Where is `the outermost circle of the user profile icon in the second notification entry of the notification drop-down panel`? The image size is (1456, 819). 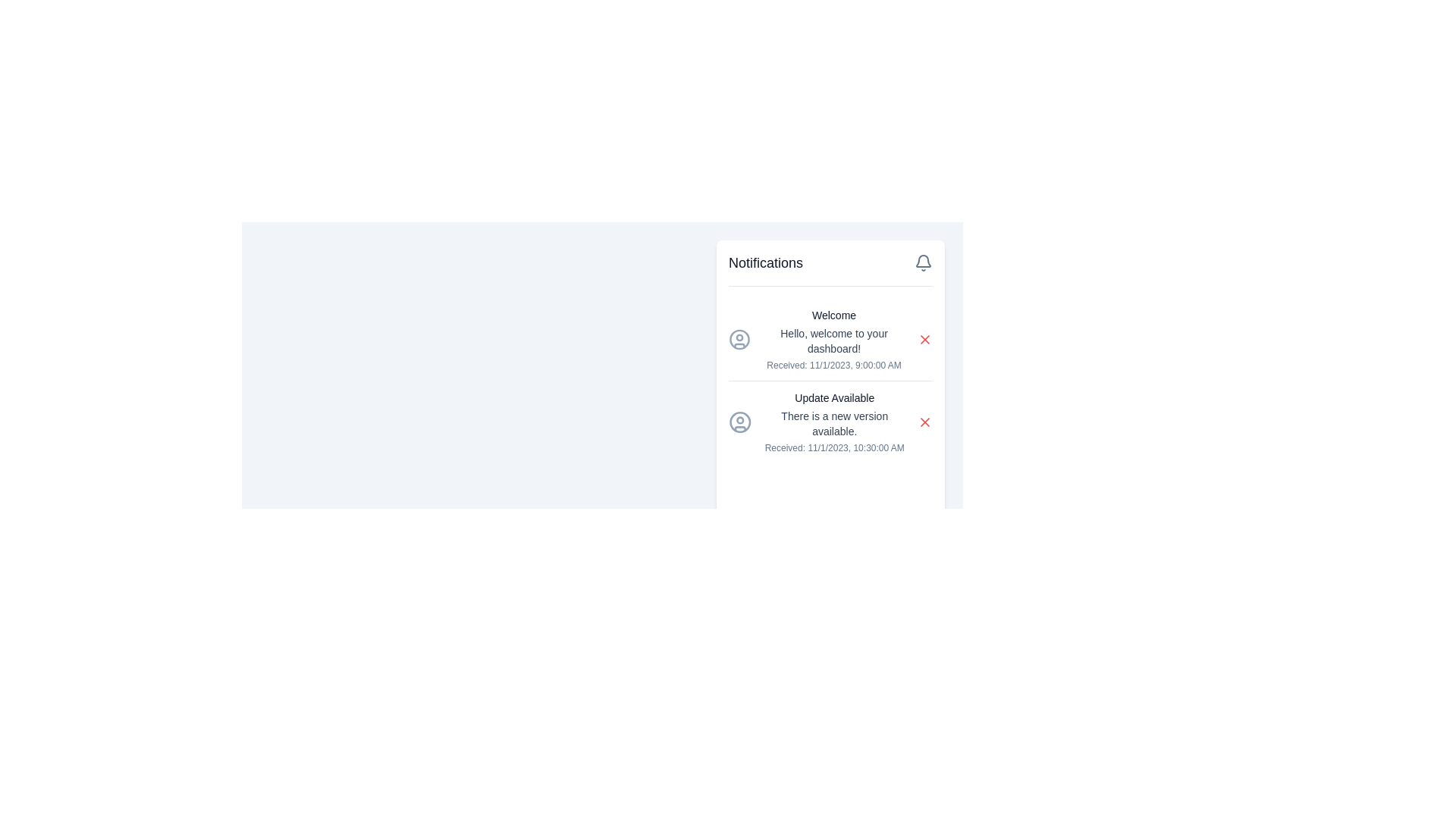 the outermost circle of the user profile icon in the second notification entry of the notification drop-down panel is located at coordinates (739, 338).